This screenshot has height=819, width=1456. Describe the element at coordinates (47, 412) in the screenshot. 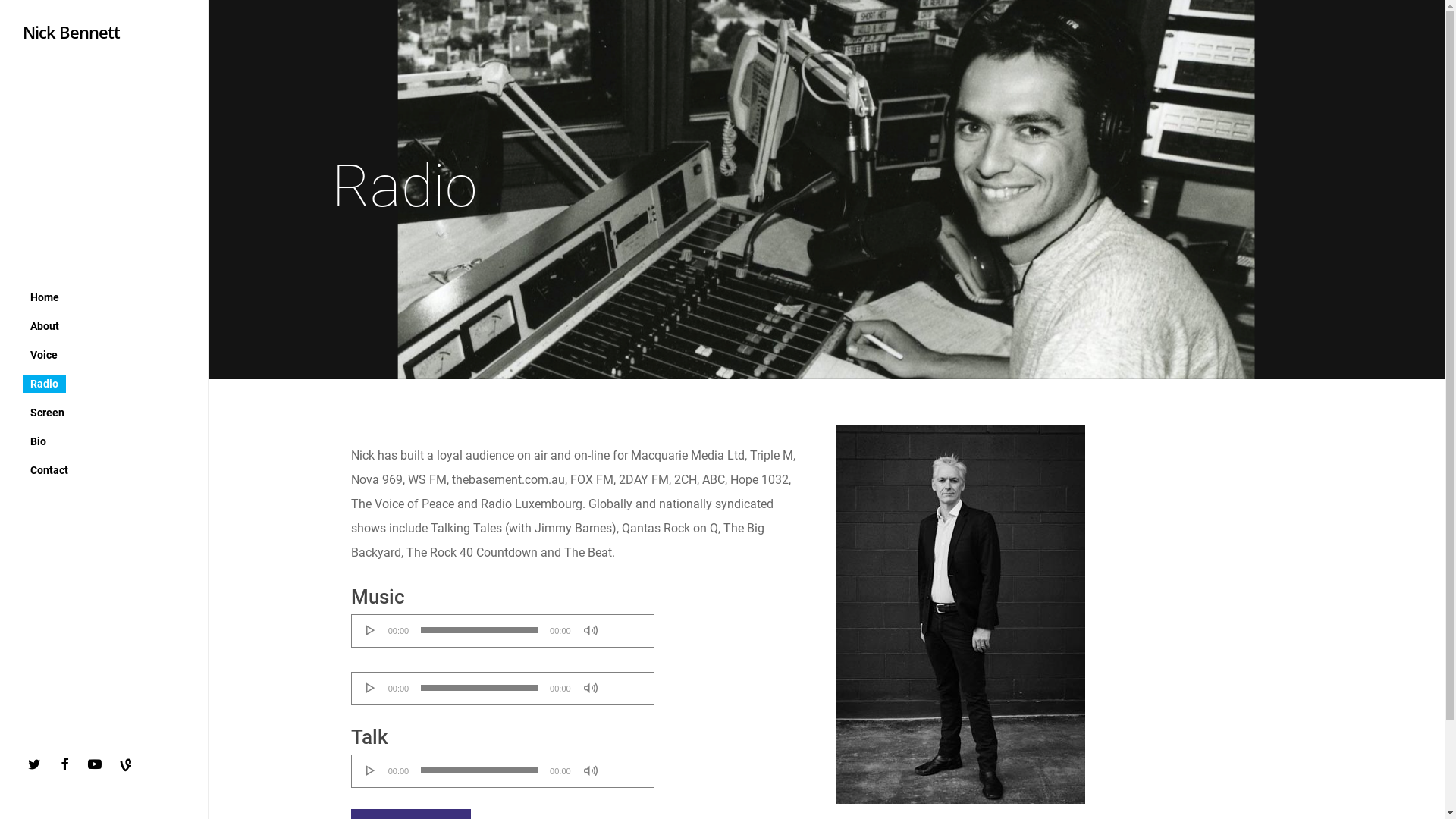

I see `'Screen'` at that location.